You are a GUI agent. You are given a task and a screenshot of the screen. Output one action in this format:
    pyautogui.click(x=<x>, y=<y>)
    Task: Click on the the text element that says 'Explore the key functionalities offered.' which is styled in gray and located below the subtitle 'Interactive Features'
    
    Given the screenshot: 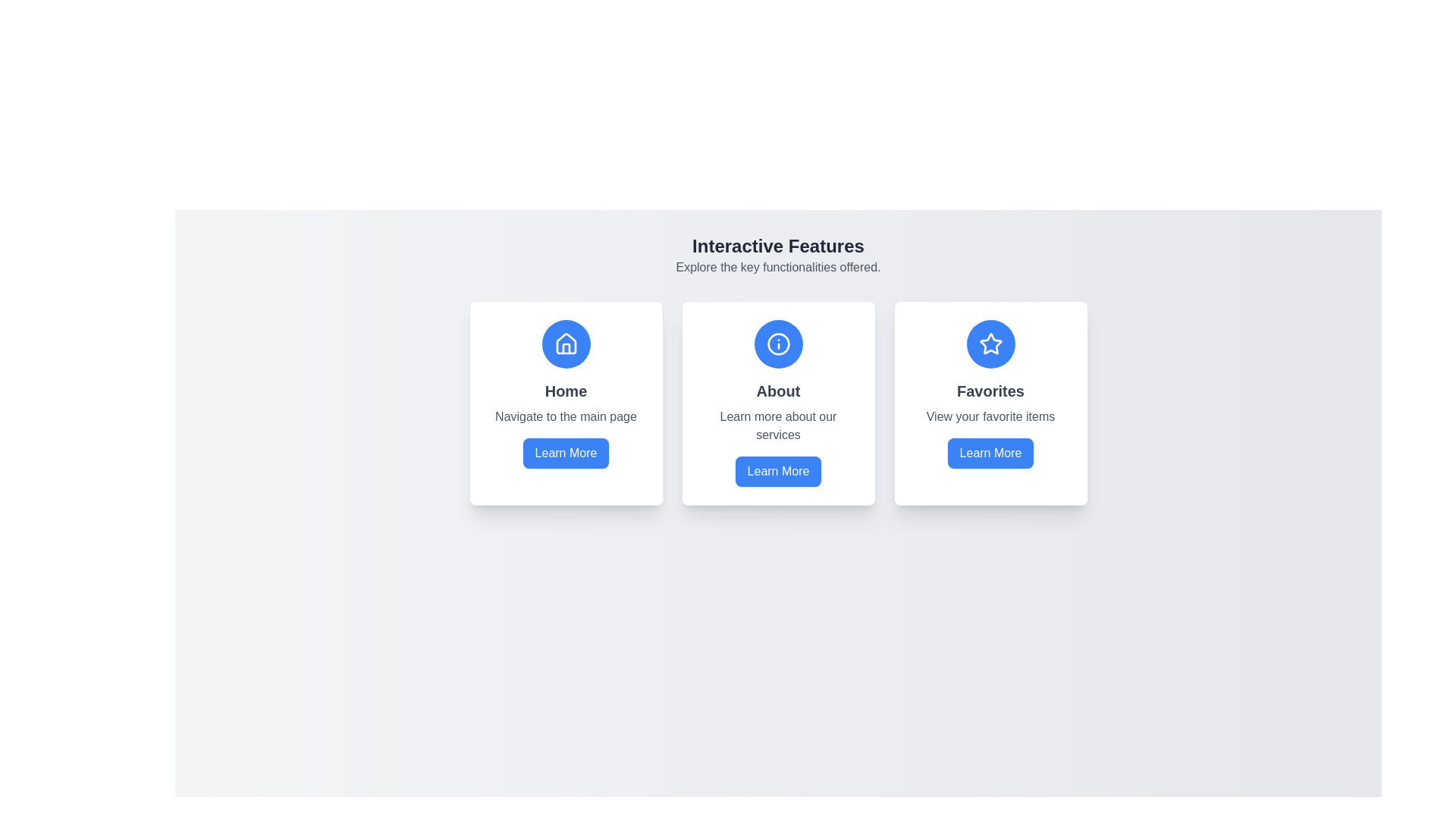 What is the action you would take?
    pyautogui.click(x=778, y=267)
    